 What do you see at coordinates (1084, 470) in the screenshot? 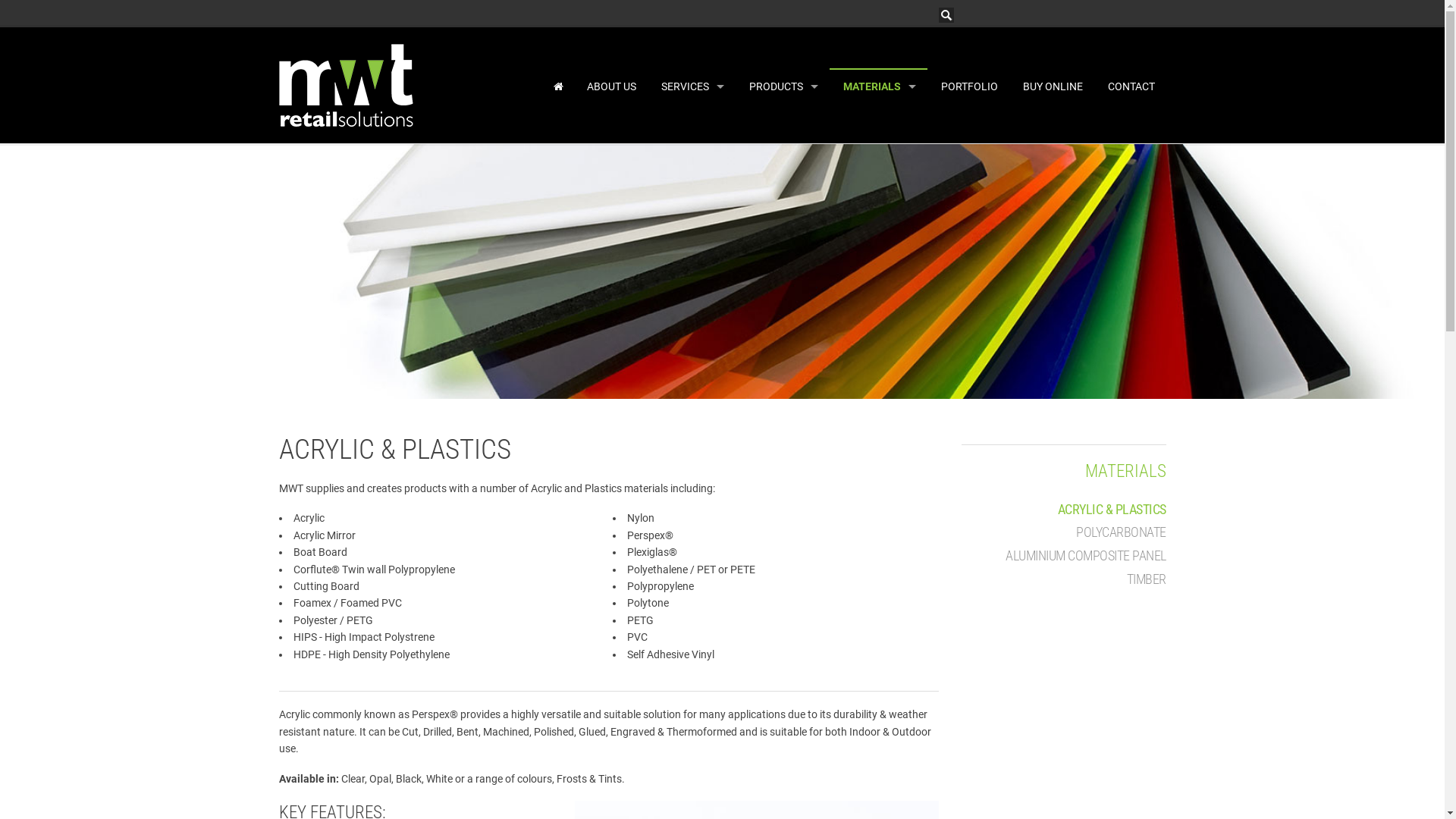
I see `'MATERIALS'` at bounding box center [1084, 470].